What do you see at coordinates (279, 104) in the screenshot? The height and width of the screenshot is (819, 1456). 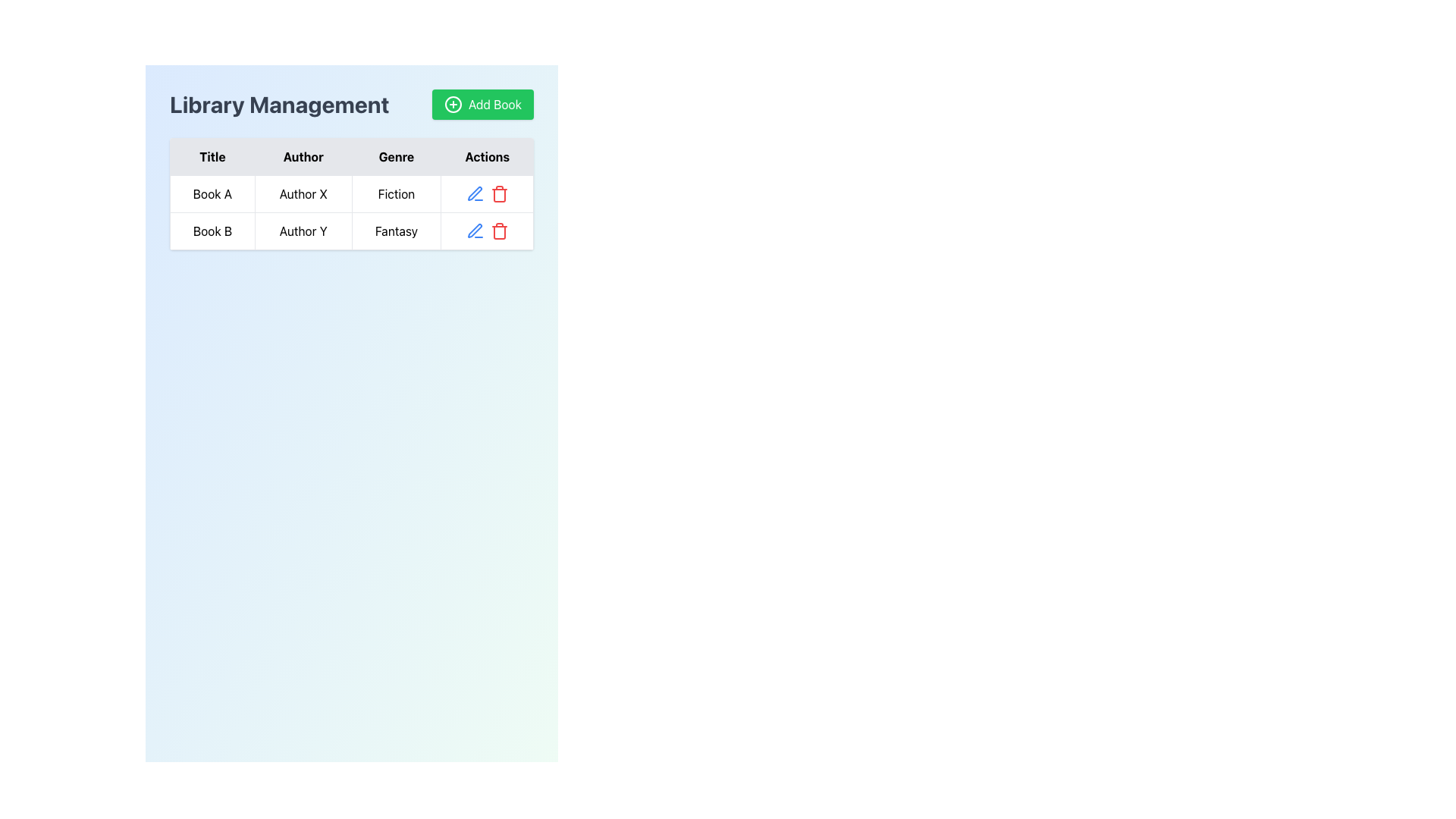 I see `text label that displays 'Library Management', which is prominently styled in a bold gray font and located in the top-left section of the interface` at bounding box center [279, 104].